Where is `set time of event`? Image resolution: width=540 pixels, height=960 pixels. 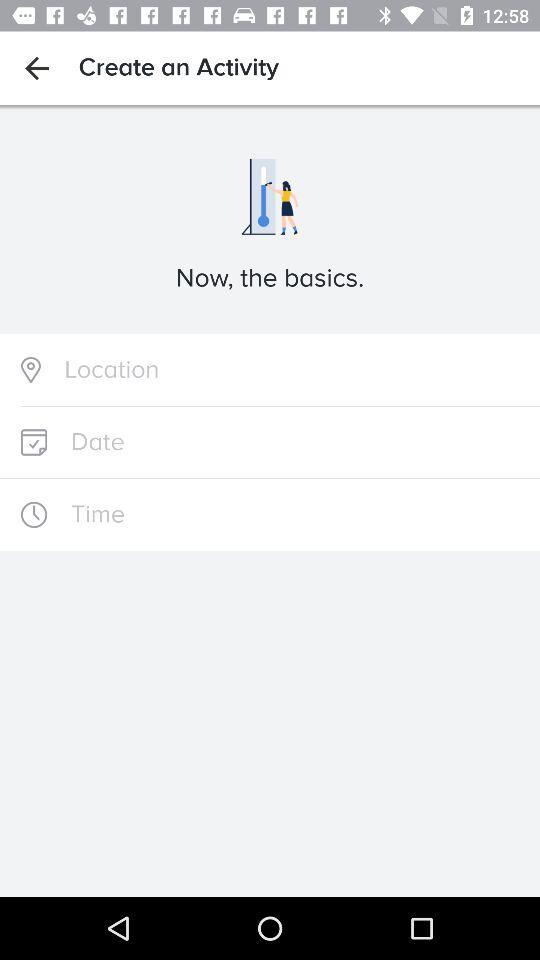
set time of event is located at coordinates (270, 514).